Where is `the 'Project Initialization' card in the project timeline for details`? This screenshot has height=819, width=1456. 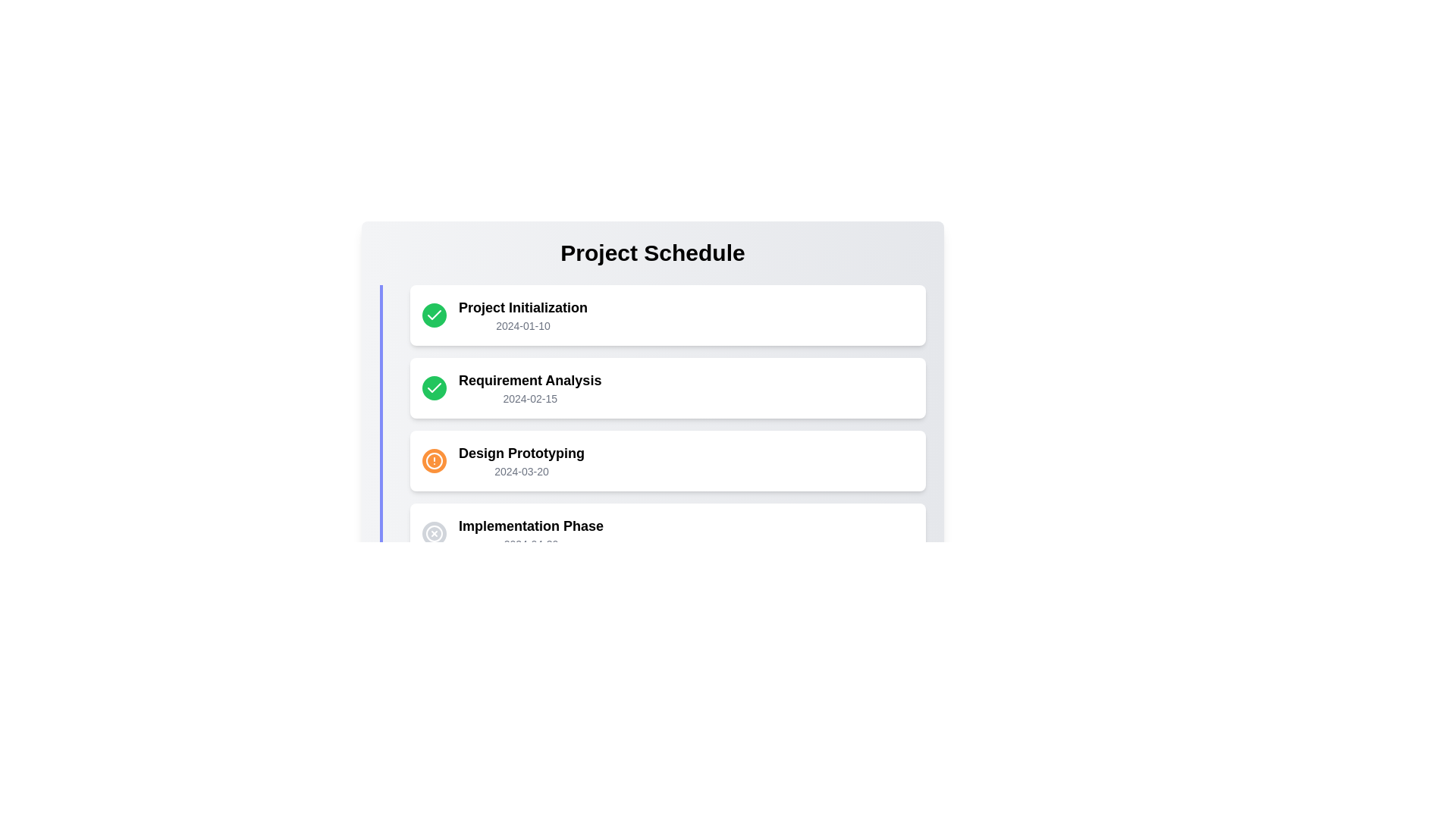 the 'Project Initialization' card in the project timeline for details is located at coordinates (667, 315).